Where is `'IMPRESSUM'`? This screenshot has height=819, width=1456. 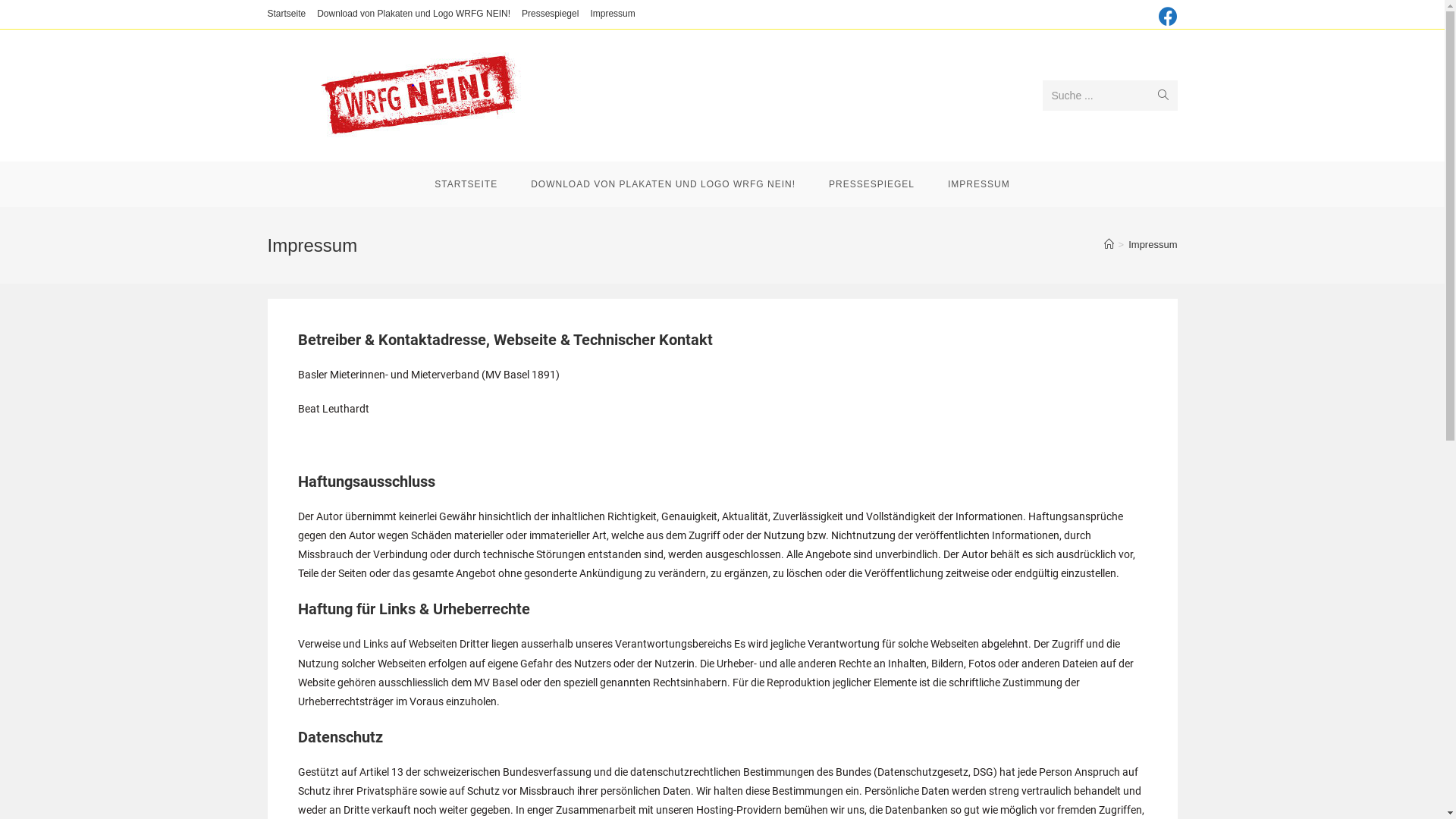 'IMPRESSUM' is located at coordinates (979, 184).